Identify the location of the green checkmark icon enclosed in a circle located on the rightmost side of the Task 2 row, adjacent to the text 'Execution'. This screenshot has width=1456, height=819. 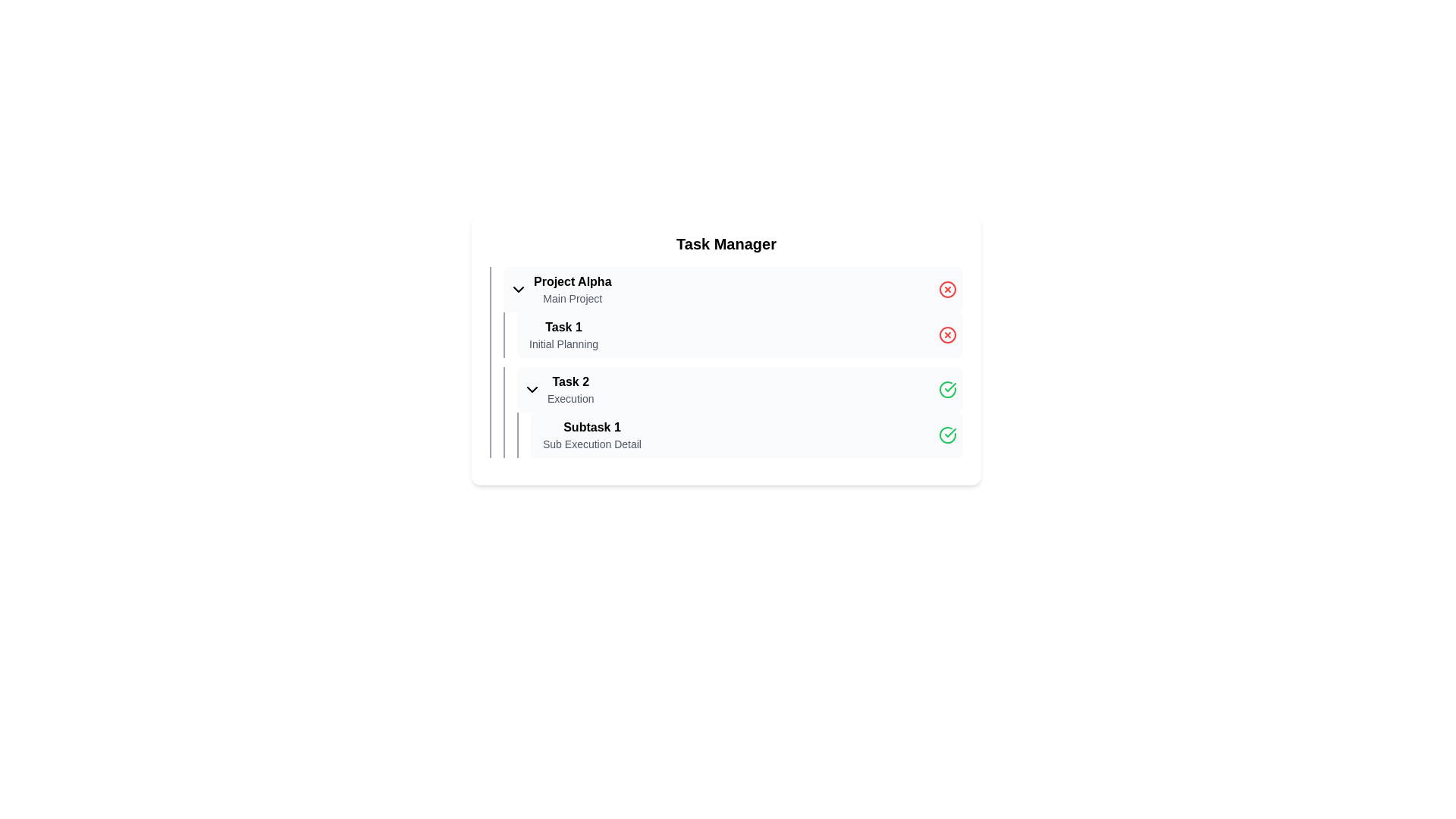
(946, 388).